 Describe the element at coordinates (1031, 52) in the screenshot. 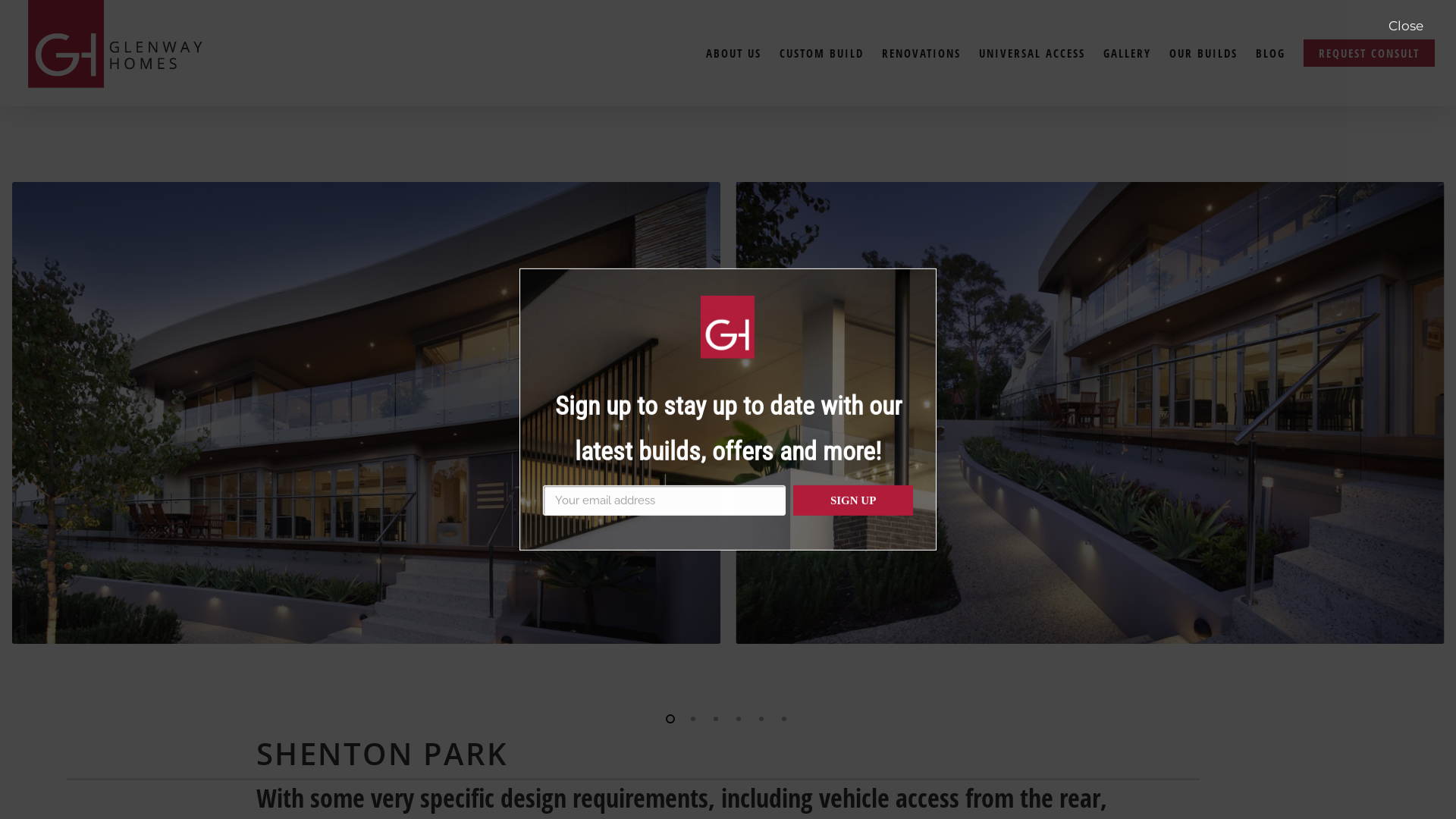

I see `'UNIVERSAL ACCESS'` at that location.